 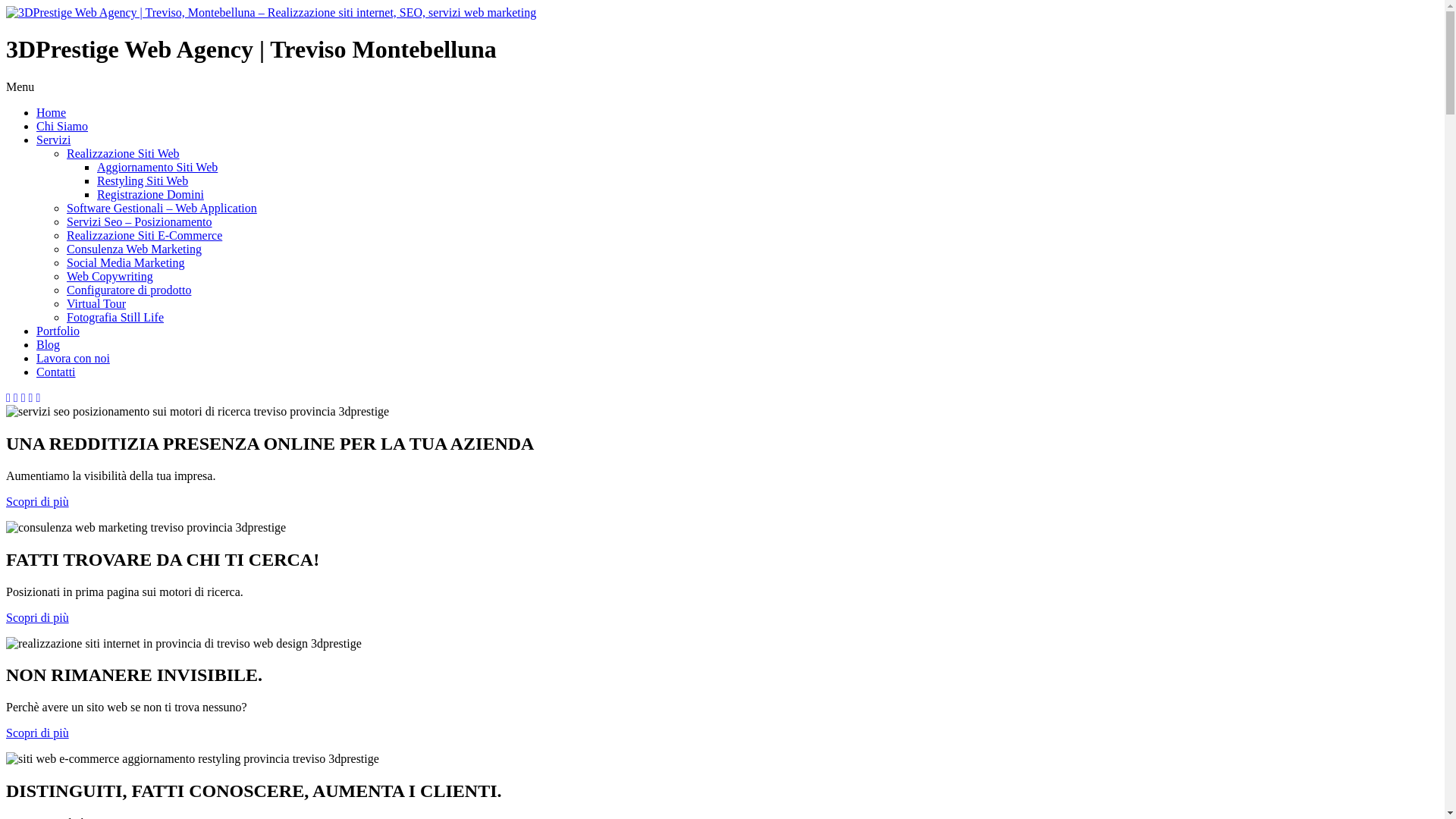 What do you see at coordinates (96, 193) in the screenshot?
I see `'Registrazione Domini'` at bounding box center [96, 193].